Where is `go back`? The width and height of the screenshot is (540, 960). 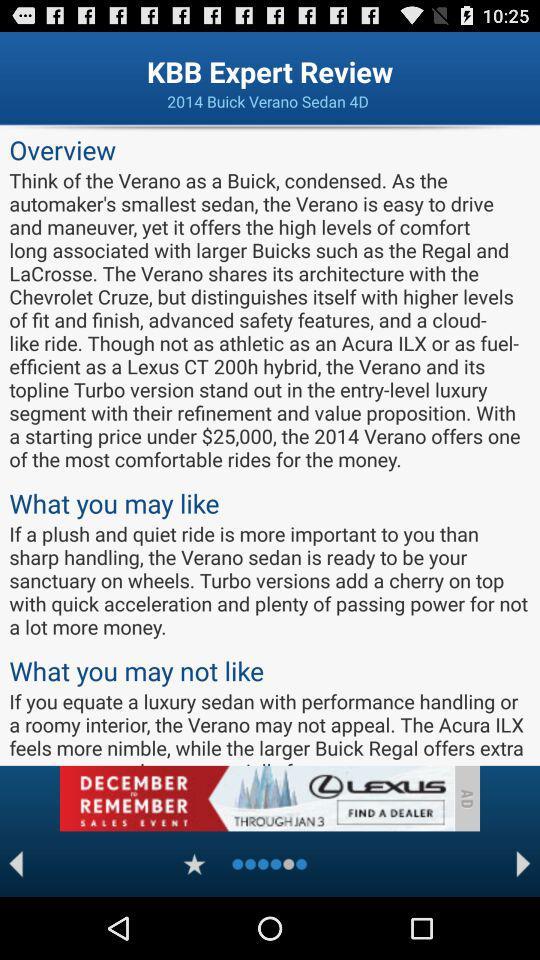
go back is located at coordinates (15, 863).